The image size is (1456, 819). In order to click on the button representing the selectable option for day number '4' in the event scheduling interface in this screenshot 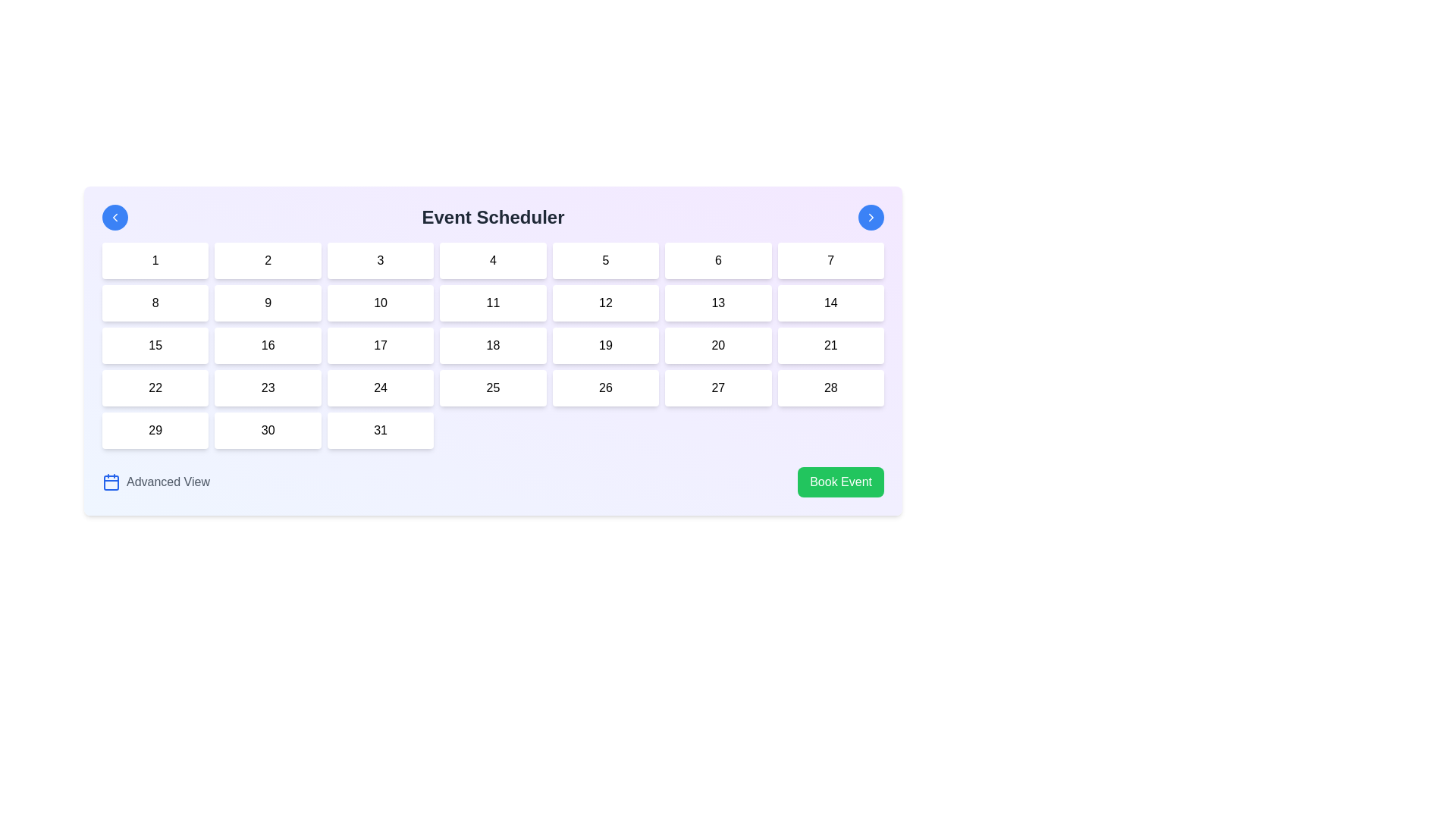, I will do `click(493, 259)`.